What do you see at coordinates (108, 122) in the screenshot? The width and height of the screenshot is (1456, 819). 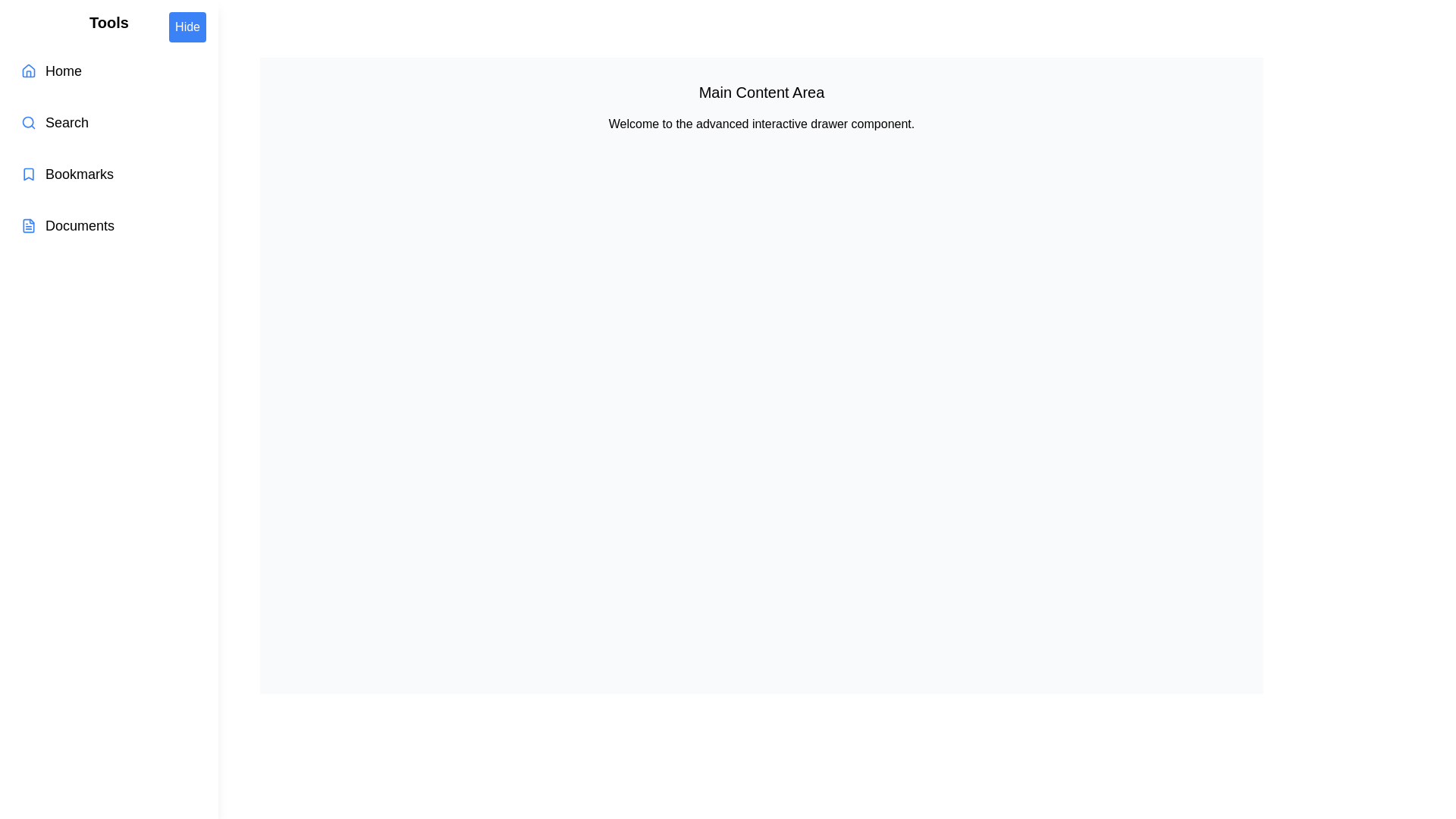 I see `the menu item Search from the drawer` at bounding box center [108, 122].